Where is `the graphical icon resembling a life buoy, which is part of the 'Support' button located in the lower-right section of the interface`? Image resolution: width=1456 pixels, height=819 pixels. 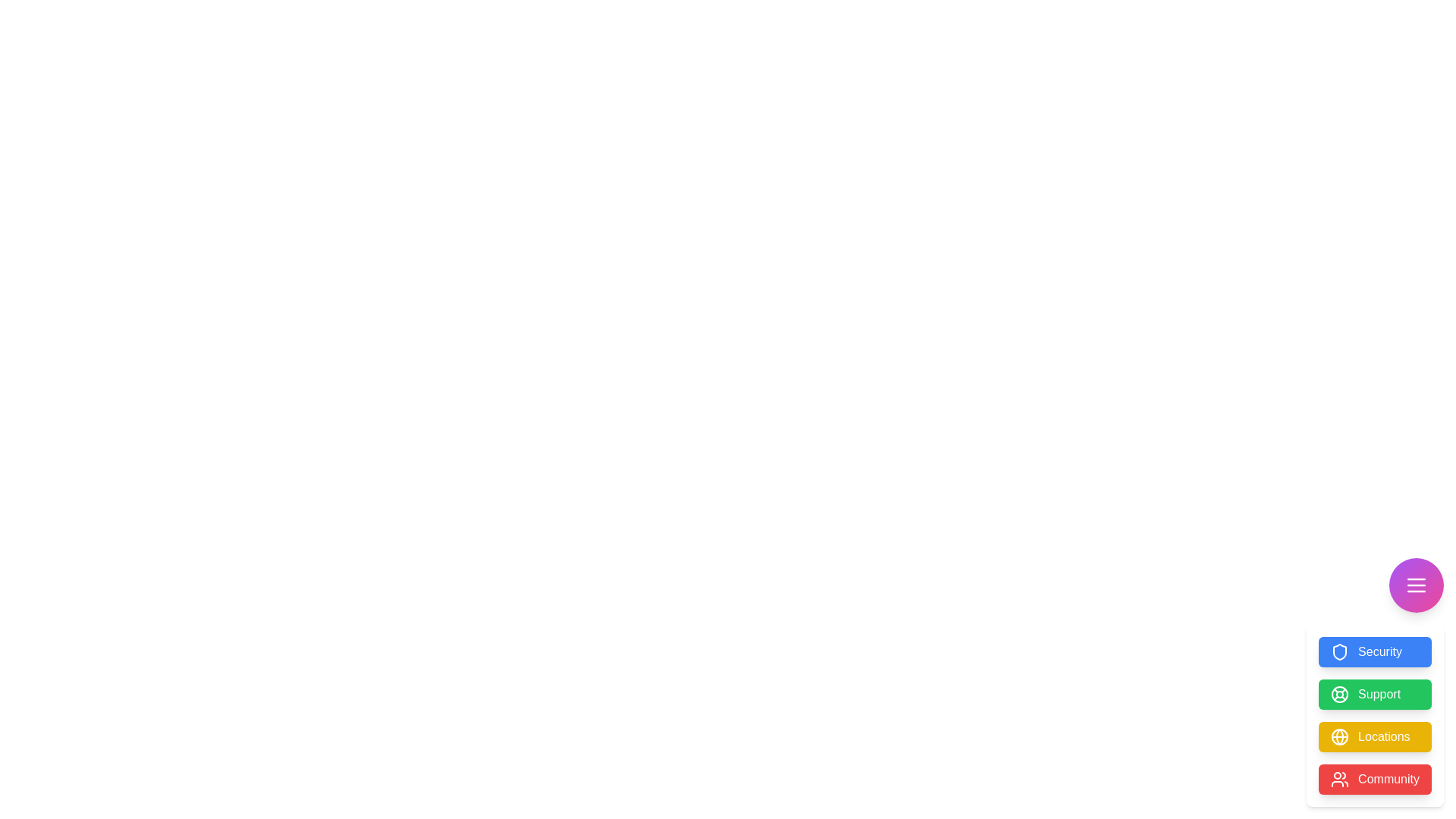 the graphical icon resembling a life buoy, which is part of the 'Support' button located in the lower-right section of the interface is located at coordinates (1340, 694).